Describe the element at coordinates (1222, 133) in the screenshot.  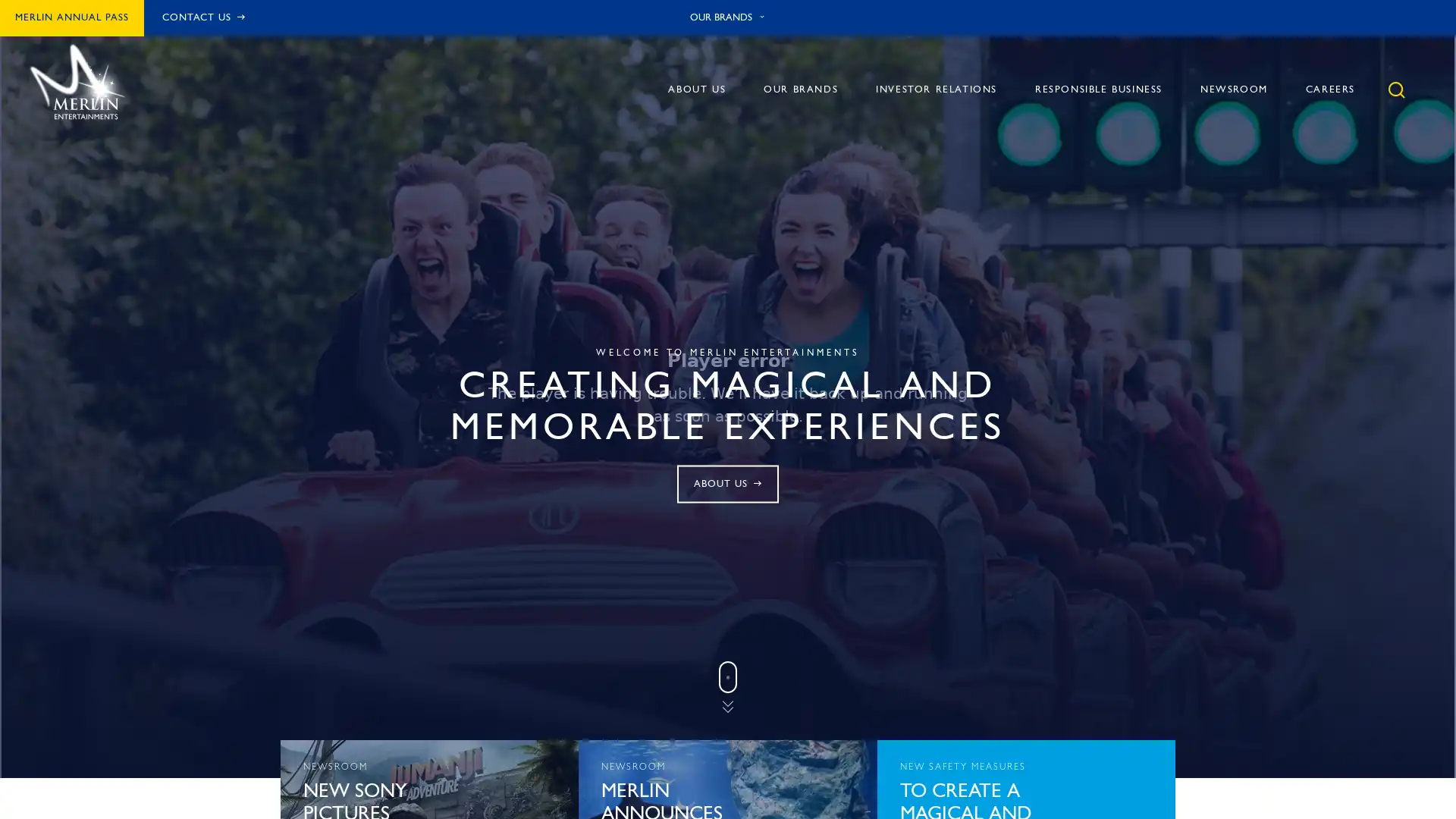
I see `Back` at that location.